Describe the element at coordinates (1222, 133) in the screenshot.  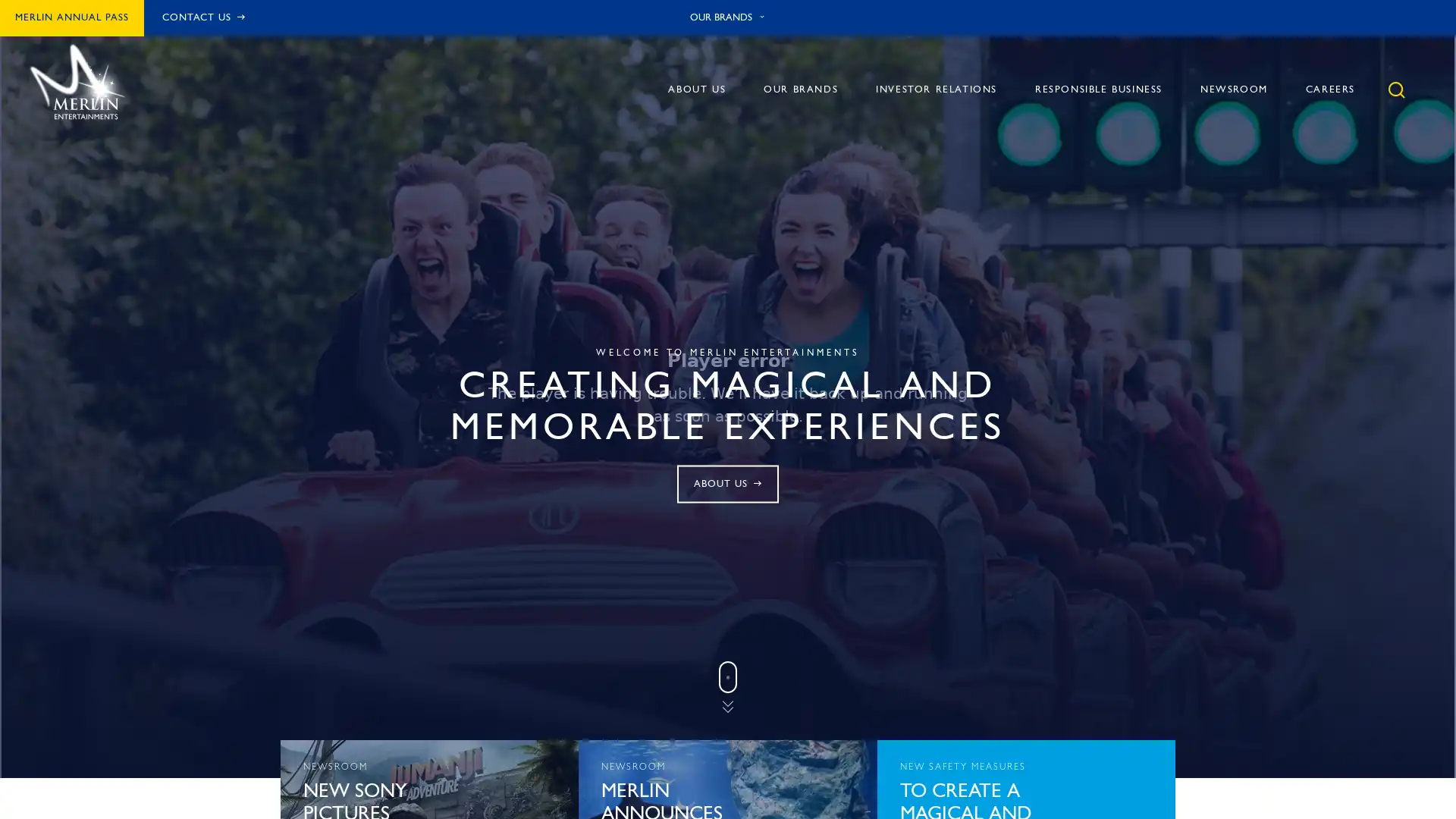
I see `Back` at that location.